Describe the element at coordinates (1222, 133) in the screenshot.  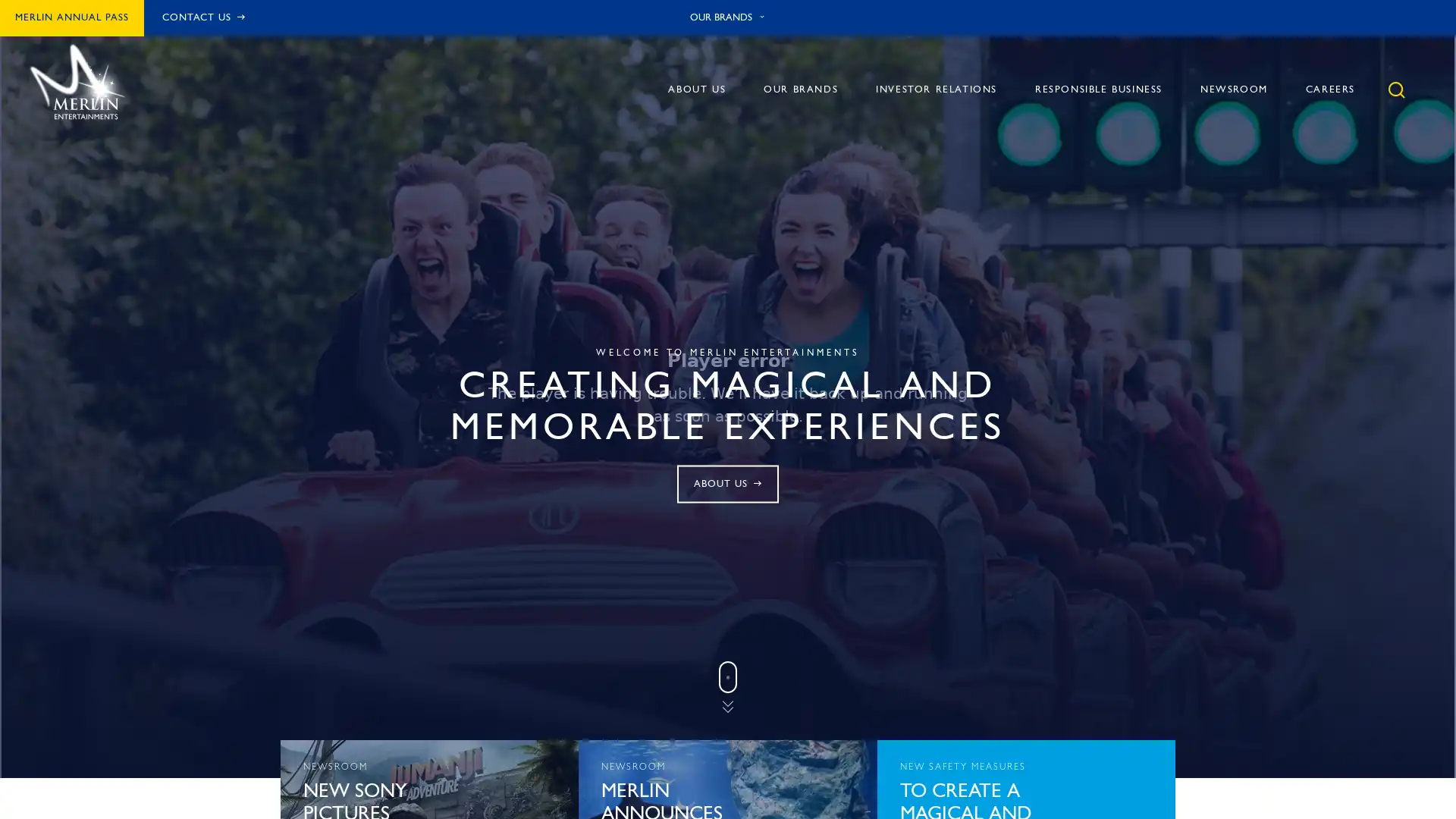
I see `Back` at that location.